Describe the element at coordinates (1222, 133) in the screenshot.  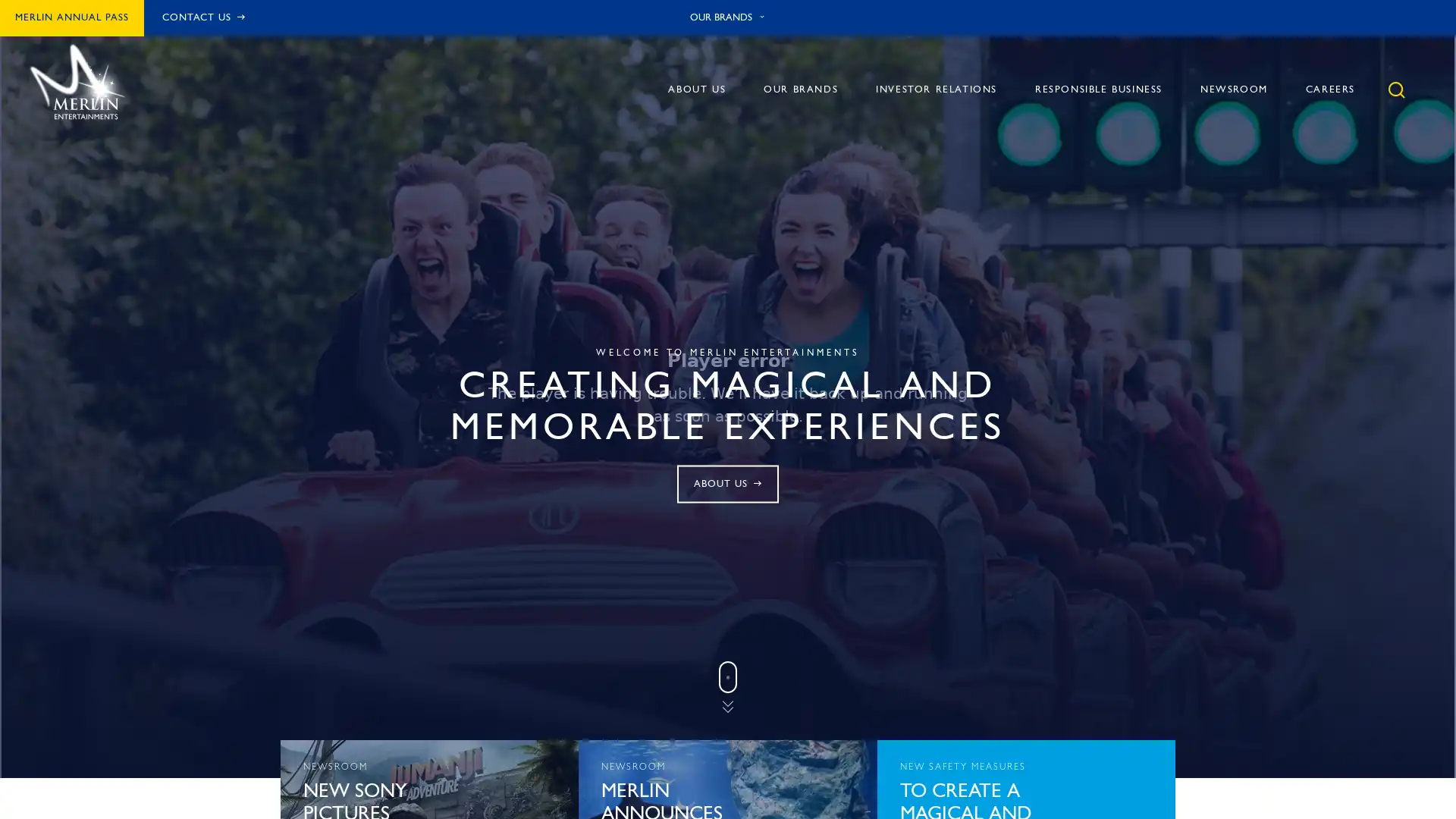
I see `Back` at that location.